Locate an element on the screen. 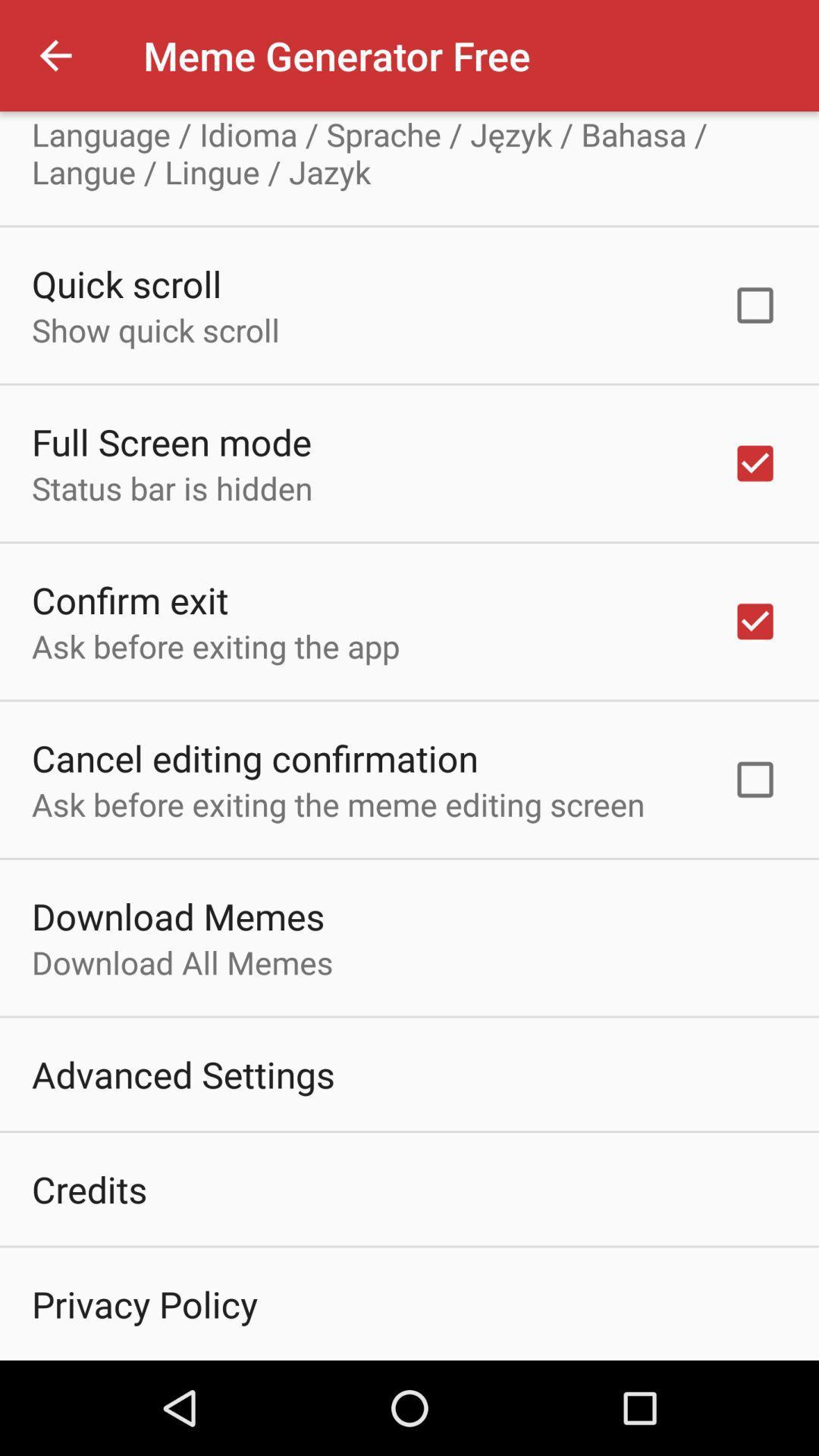 The width and height of the screenshot is (819, 1456). item next to meme generator free is located at coordinates (55, 55).